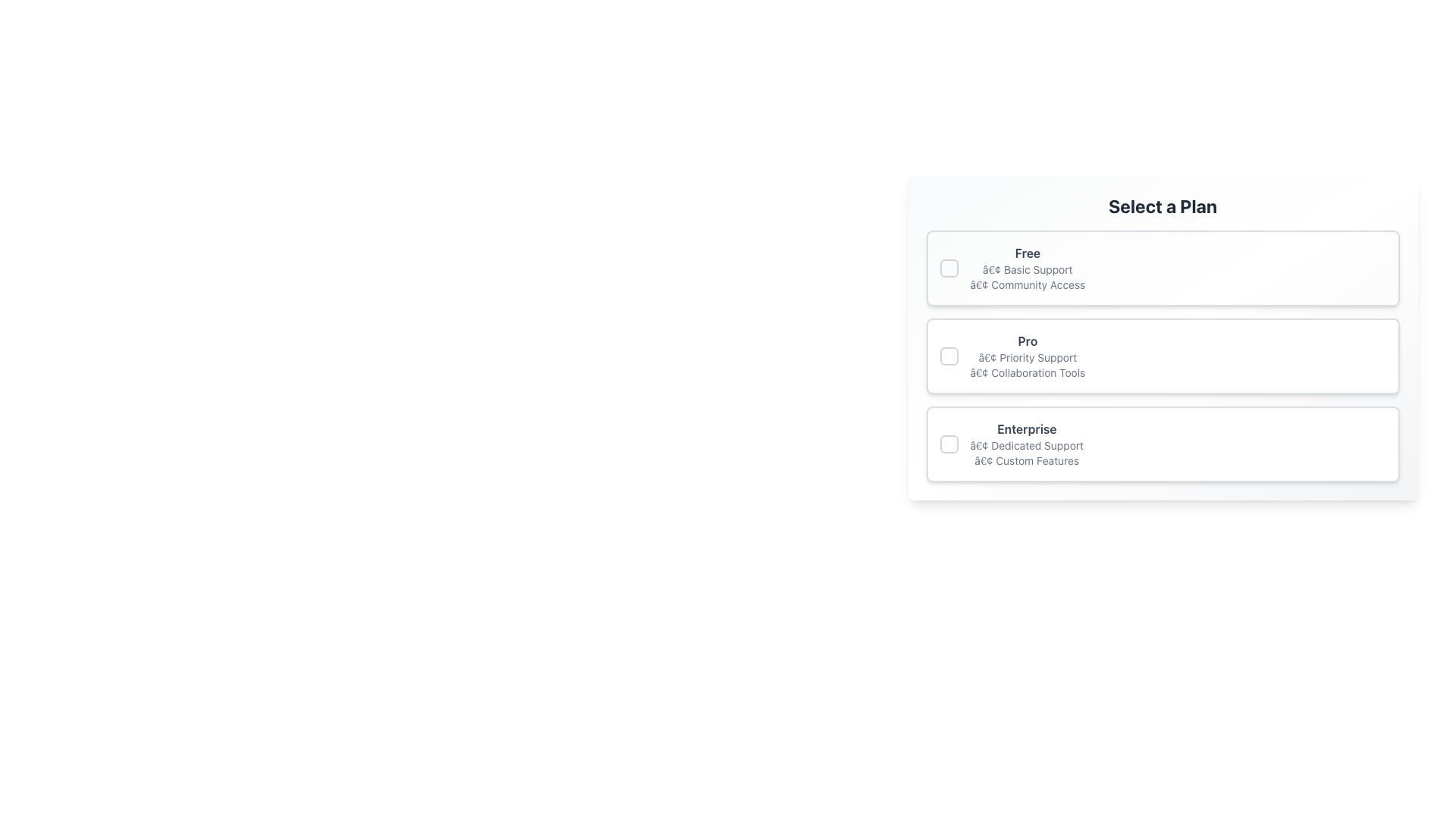  Describe the element at coordinates (1028, 356) in the screenshot. I see `the text block displaying the 'Pro' subscription plan details, located in the second option card of the subscription selection menu` at that location.